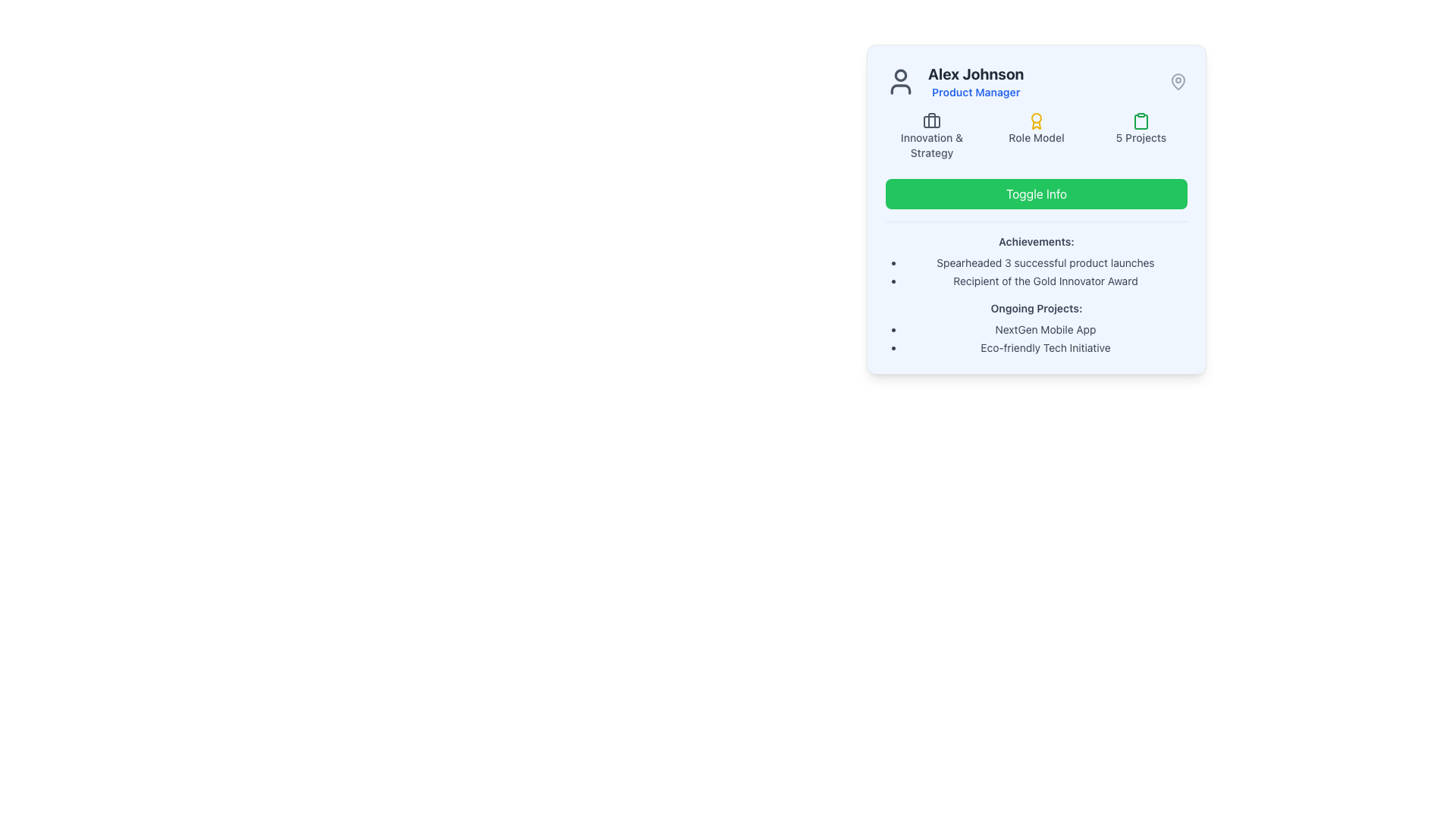 The image size is (1456, 819). I want to click on the 'Innovation & Strategy' badge located in the leftmost column of the grid layout, which serves as an indicator of a specific attribute associated with the user profile, so click(930, 136).